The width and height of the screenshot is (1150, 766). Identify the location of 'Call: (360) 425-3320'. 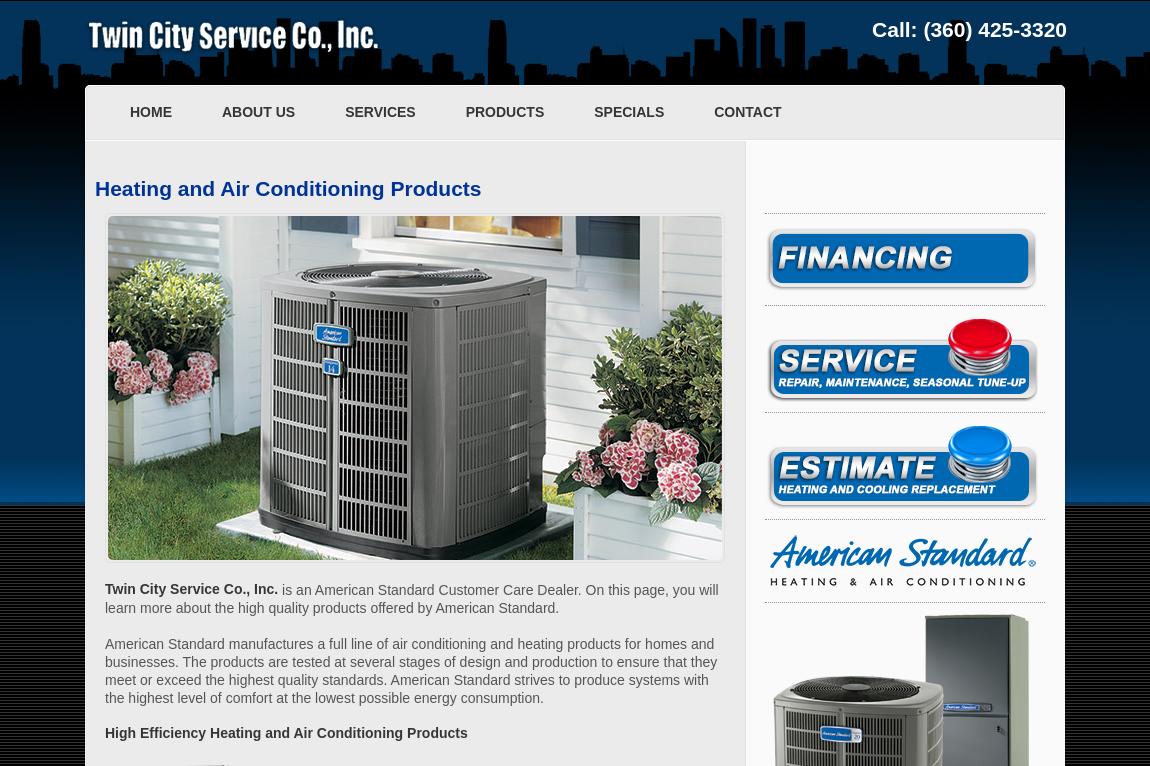
(969, 28).